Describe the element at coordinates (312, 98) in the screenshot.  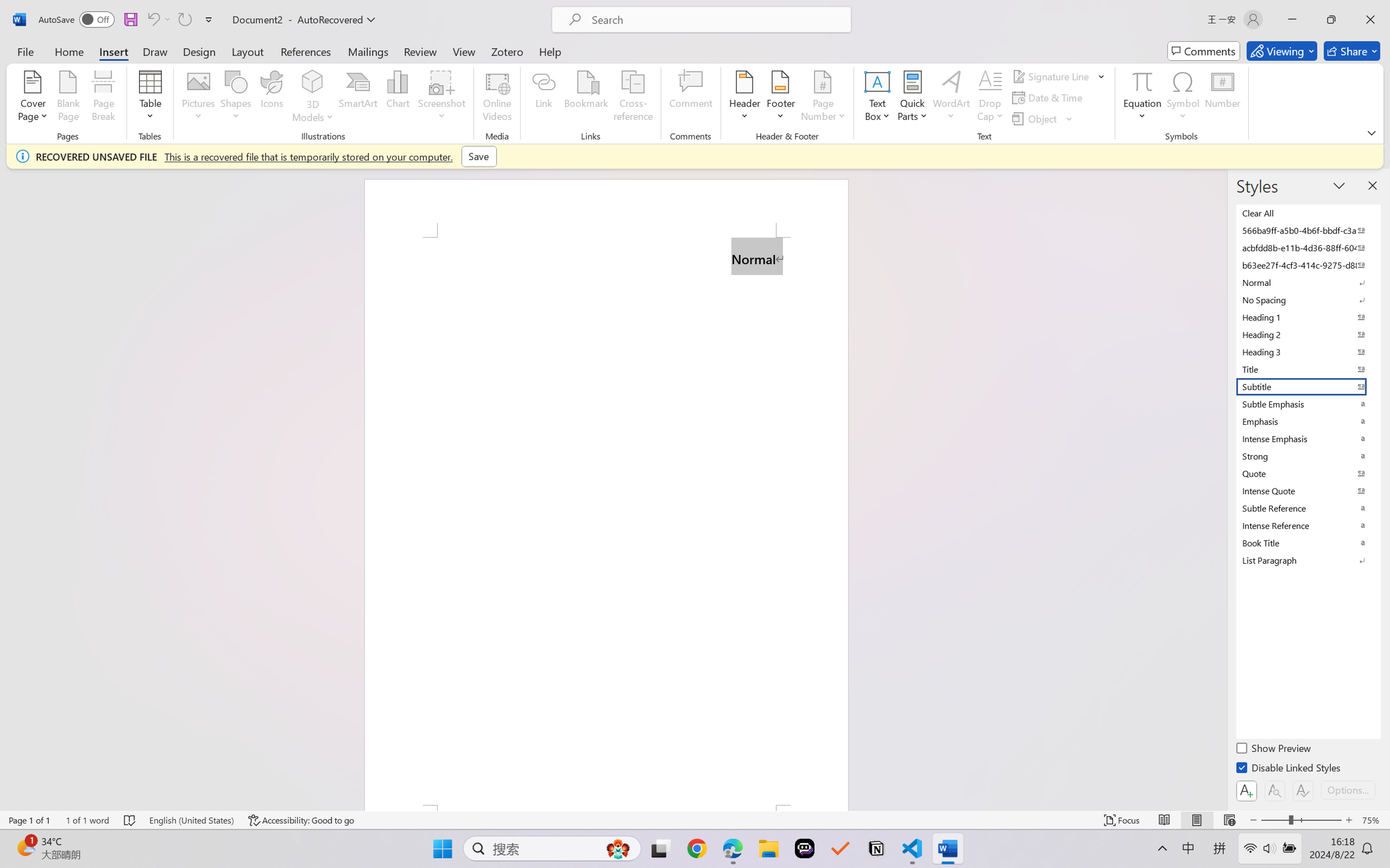
I see `'3D Models'` at that location.